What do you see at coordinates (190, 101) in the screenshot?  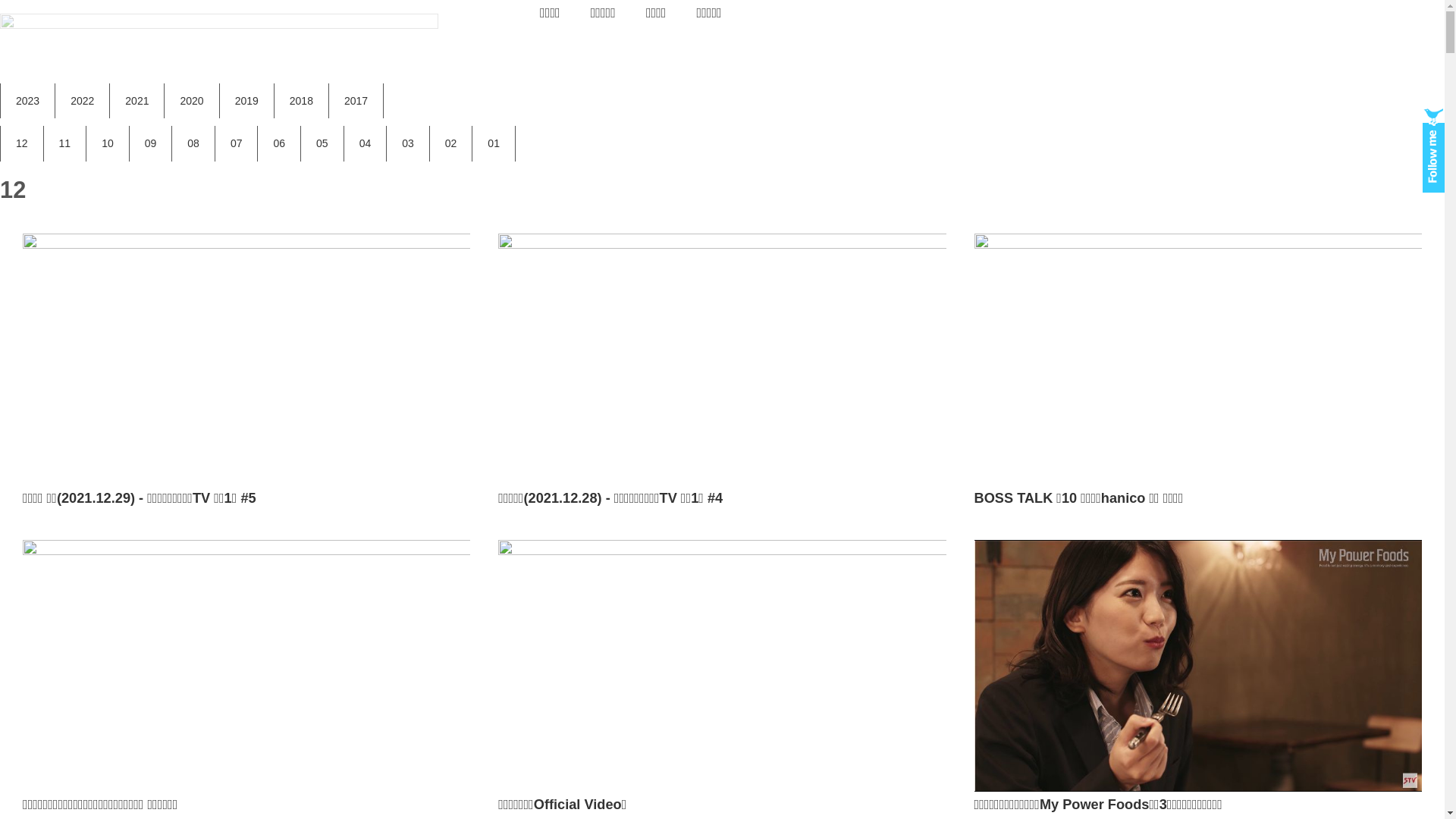 I see `'2020'` at bounding box center [190, 101].